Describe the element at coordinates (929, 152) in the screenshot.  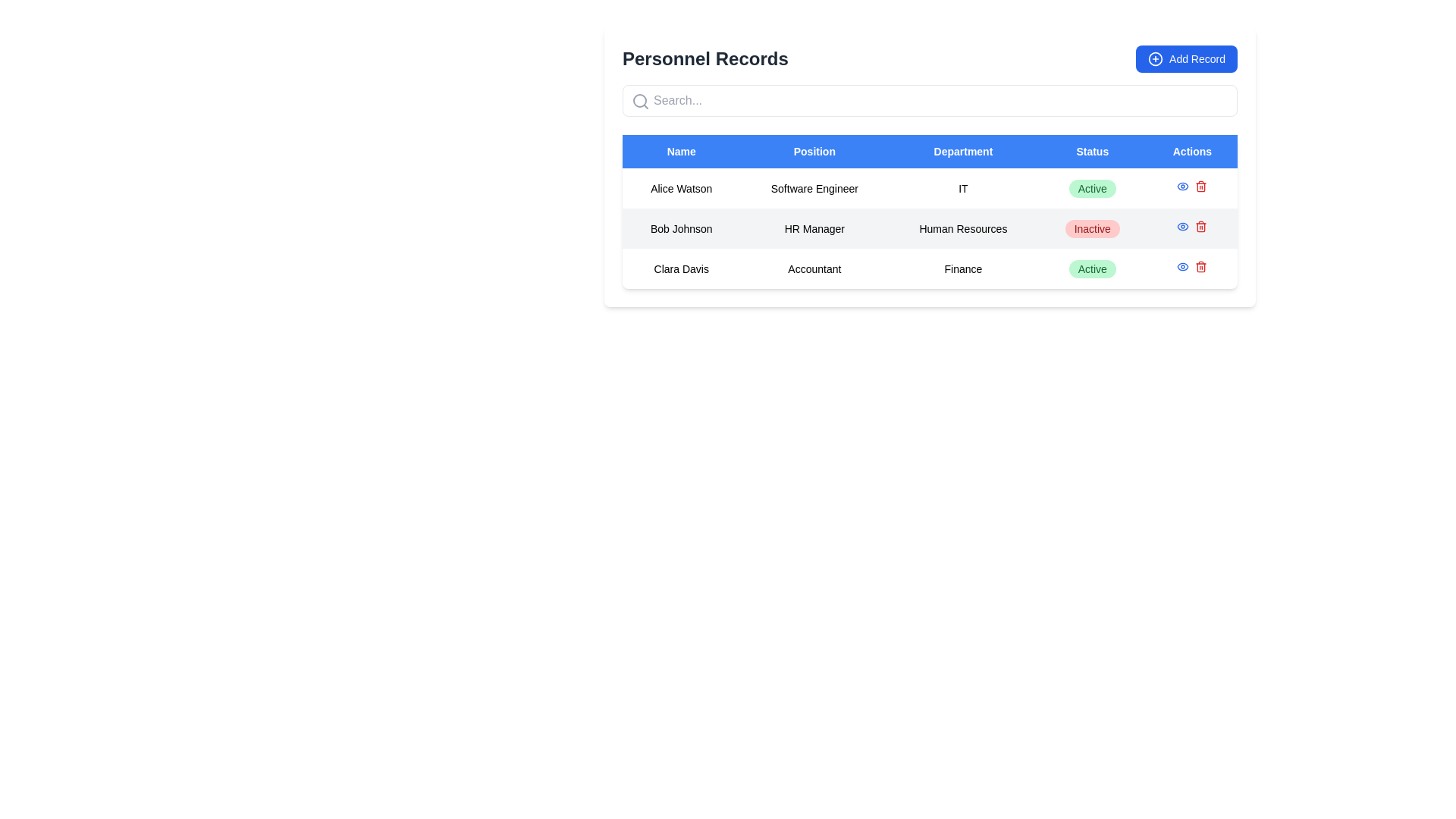
I see `the Table Header Row, which labels the columns of the table and is located at the topmost part of the table directly below a search bar` at that location.